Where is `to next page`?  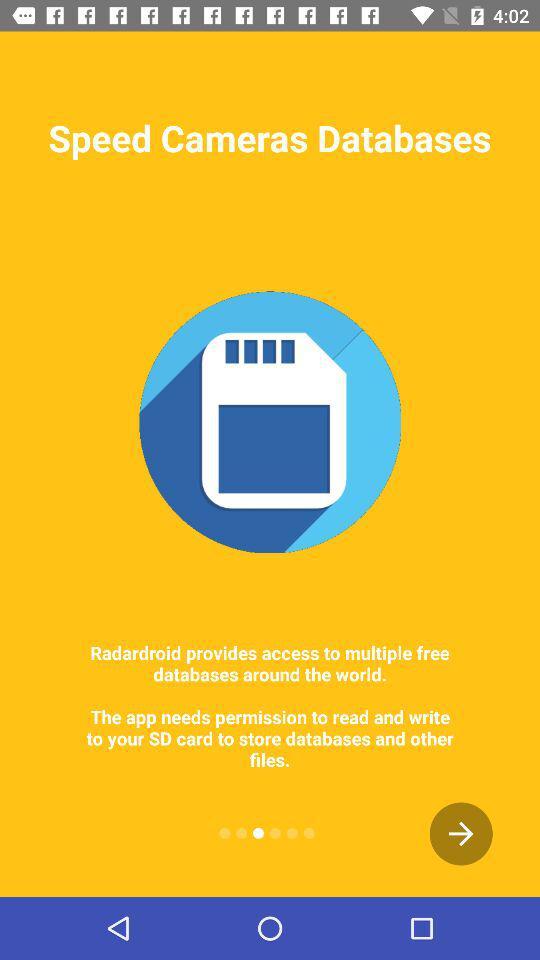 to next page is located at coordinates (461, 833).